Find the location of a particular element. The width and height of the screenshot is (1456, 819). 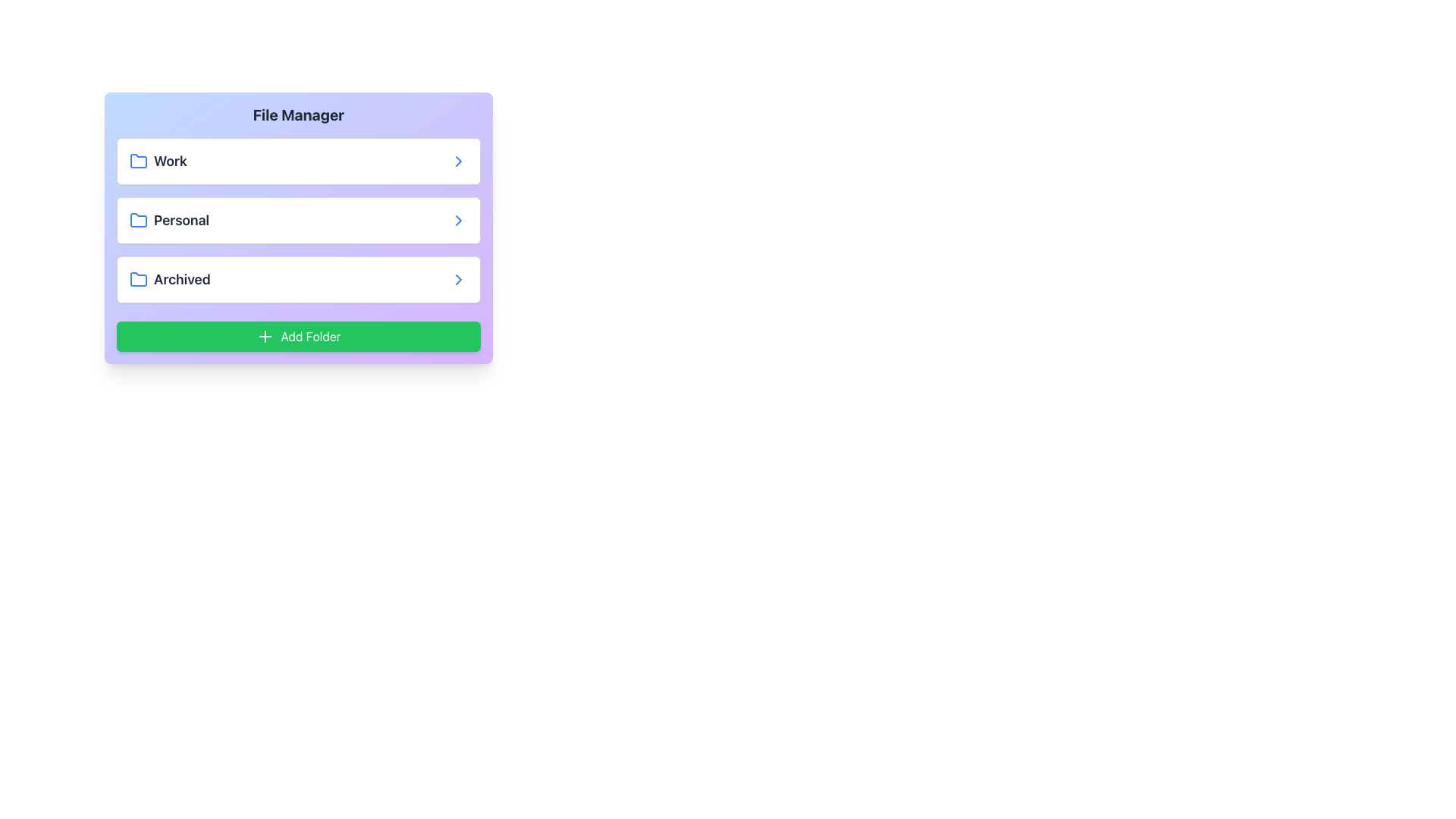

the blue chevron icon button located at the bottom right corner of the 'Archived' row in the vertically stacked list is located at coordinates (457, 280).